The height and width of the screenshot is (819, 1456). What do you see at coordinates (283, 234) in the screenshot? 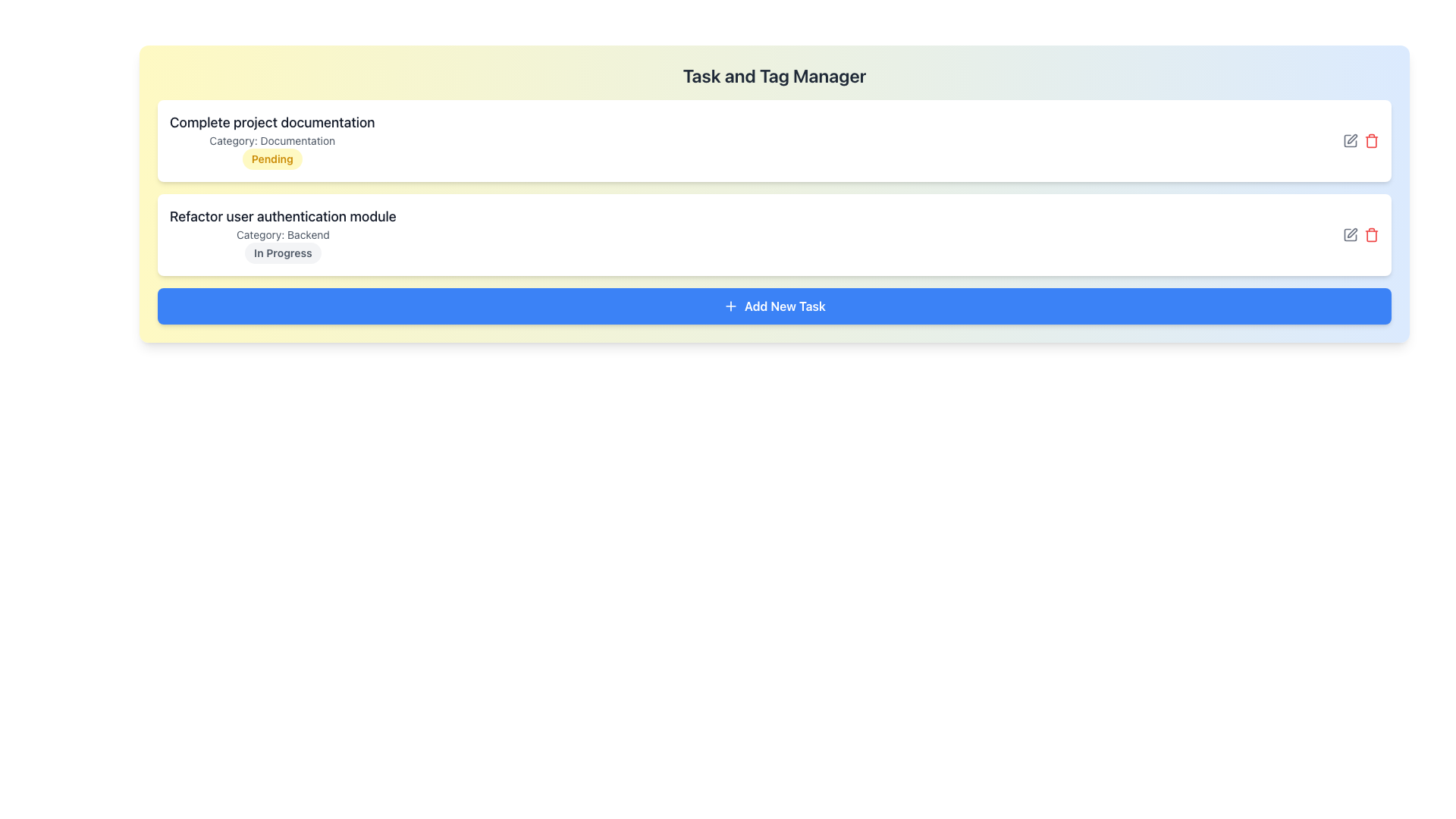
I see `the text label displaying 'Category: Backend', which is styled in a fine italic font and located below the title 'Refactor user authentication module'` at bounding box center [283, 234].